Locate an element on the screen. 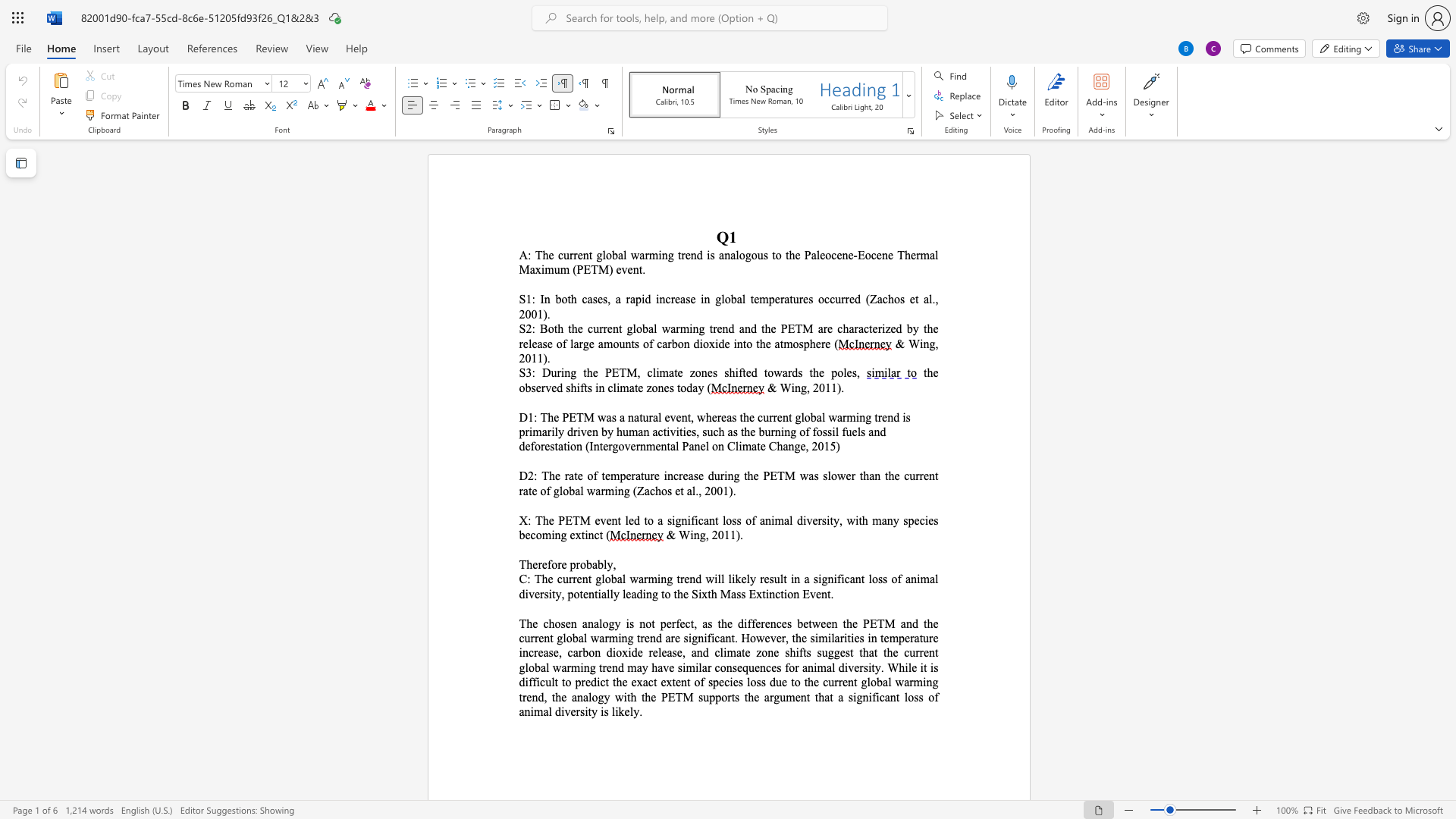 The width and height of the screenshot is (1456, 819). the space between the continuous character "e" and "r" in the text is located at coordinates (537, 564).